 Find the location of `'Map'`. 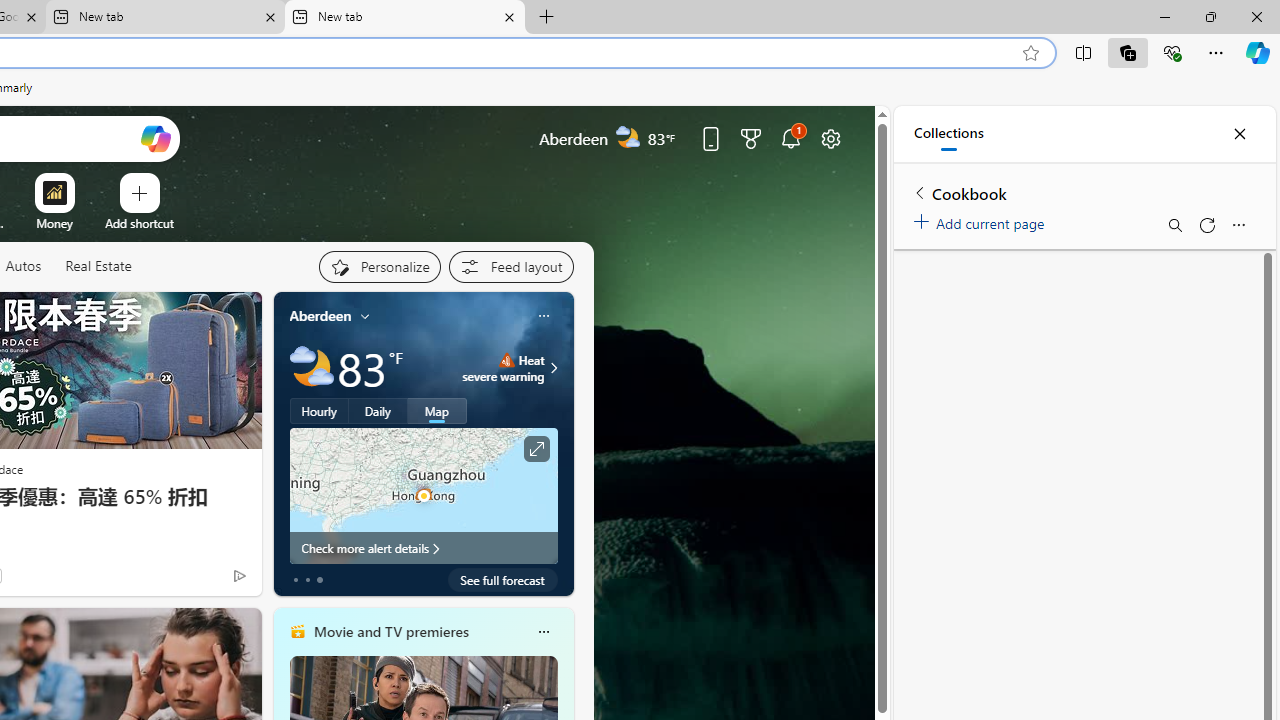

'Map' is located at coordinates (436, 410).